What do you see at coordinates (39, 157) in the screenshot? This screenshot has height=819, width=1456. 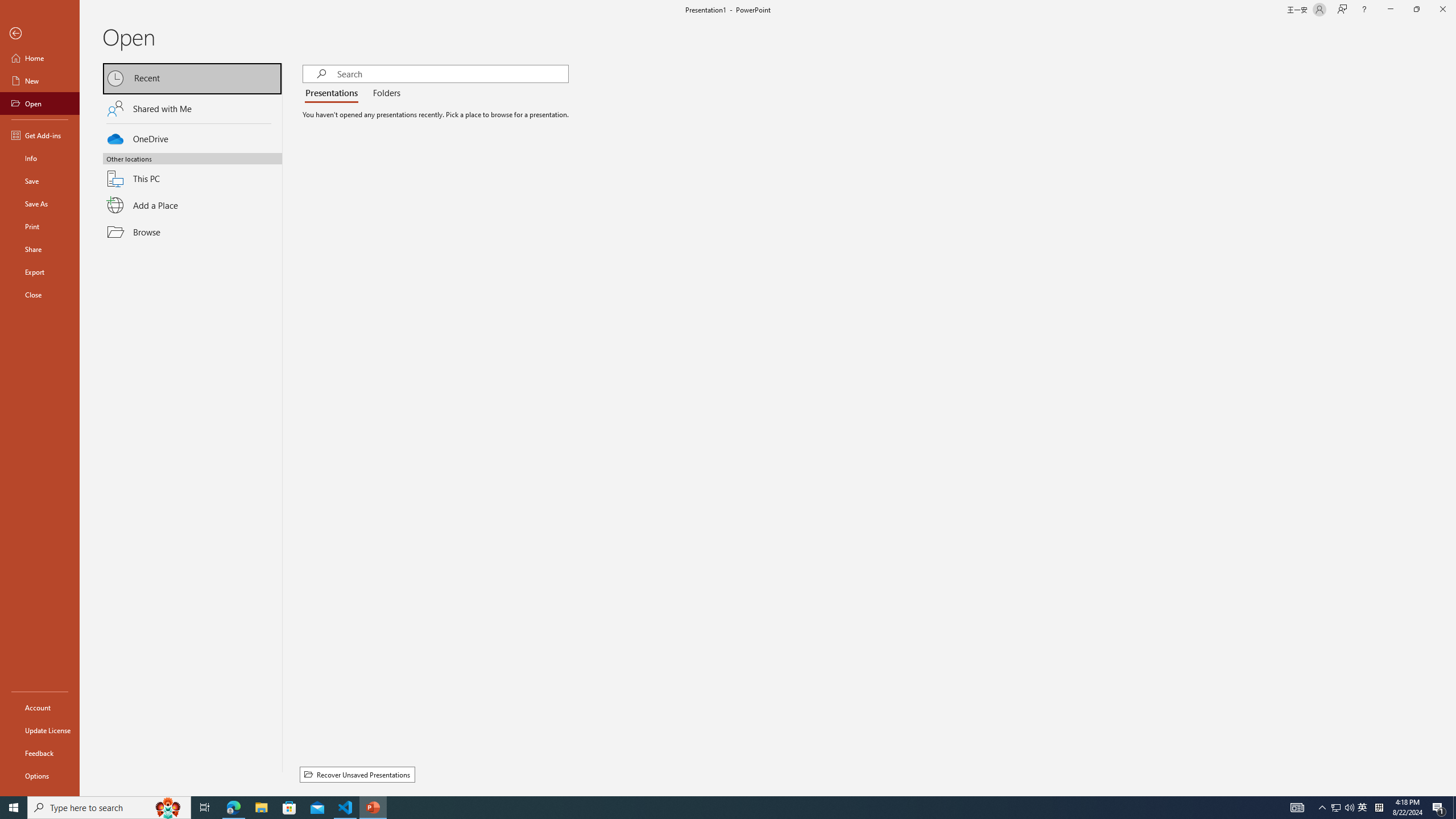 I see `'Info'` at bounding box center [39, 157].